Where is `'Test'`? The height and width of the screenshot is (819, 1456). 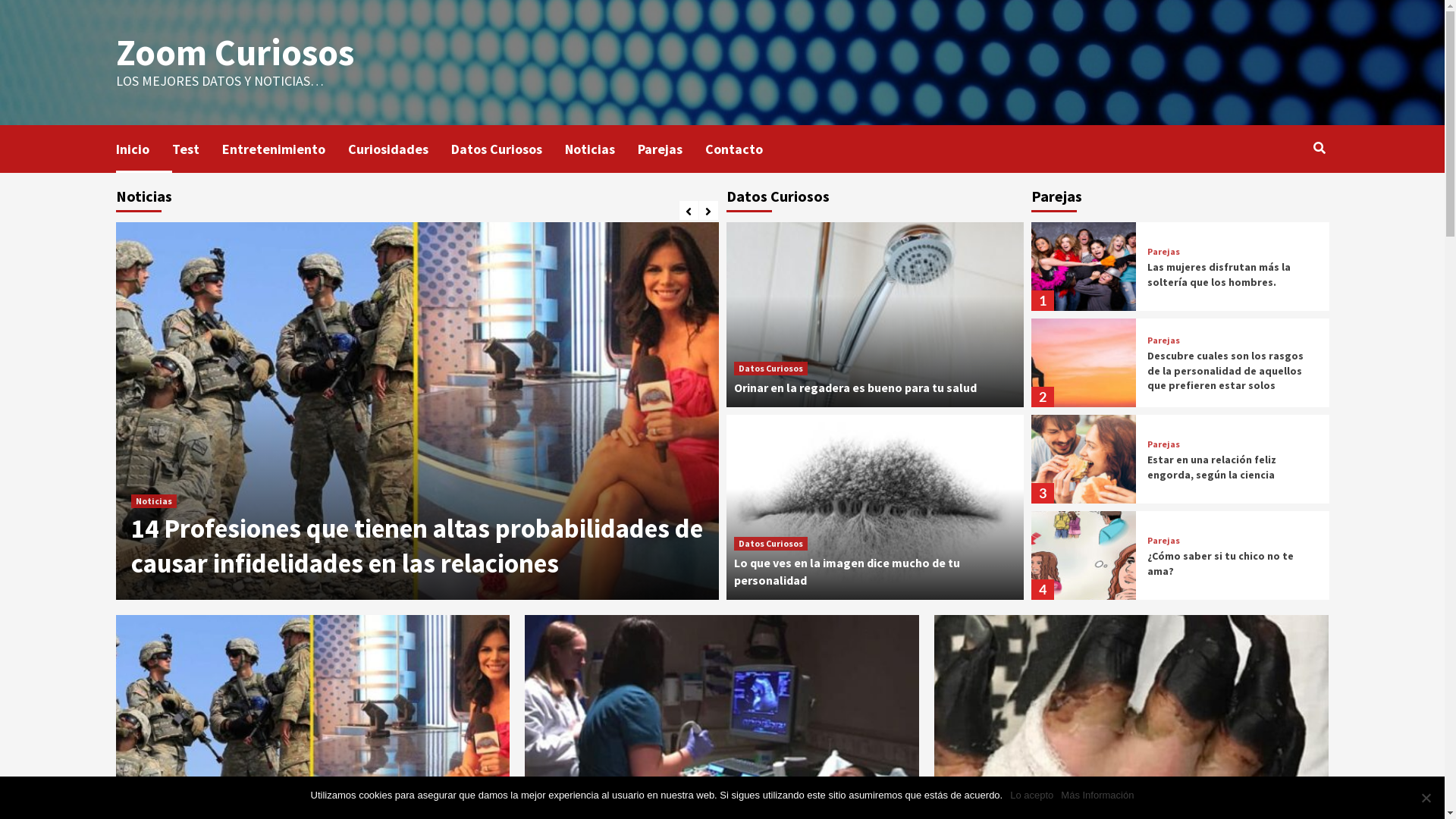 'Test' is located at coordinates (196, 149).